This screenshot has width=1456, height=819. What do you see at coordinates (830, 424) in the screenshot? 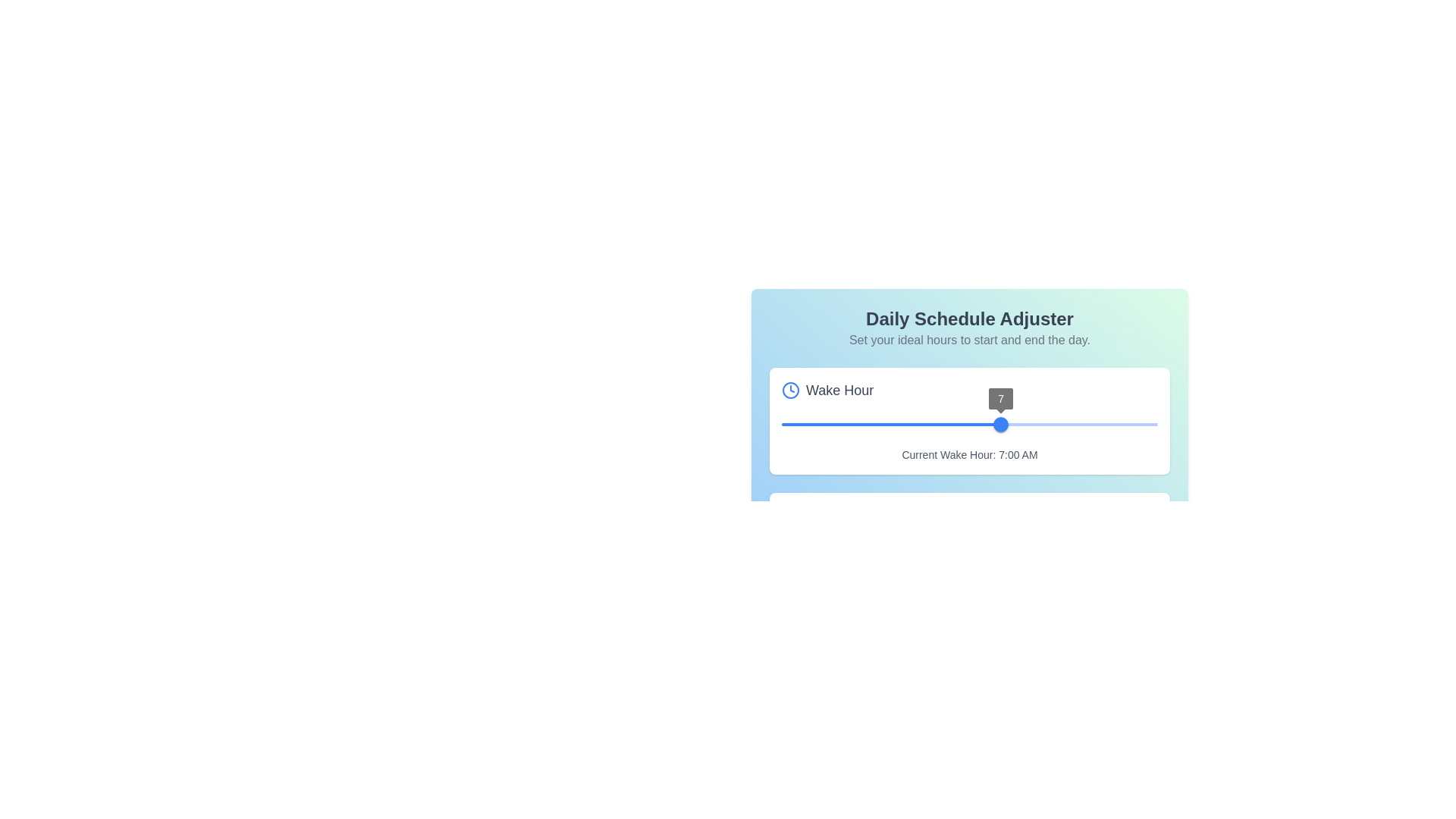
I see `the wake hour` at bounding box center [830, 424].